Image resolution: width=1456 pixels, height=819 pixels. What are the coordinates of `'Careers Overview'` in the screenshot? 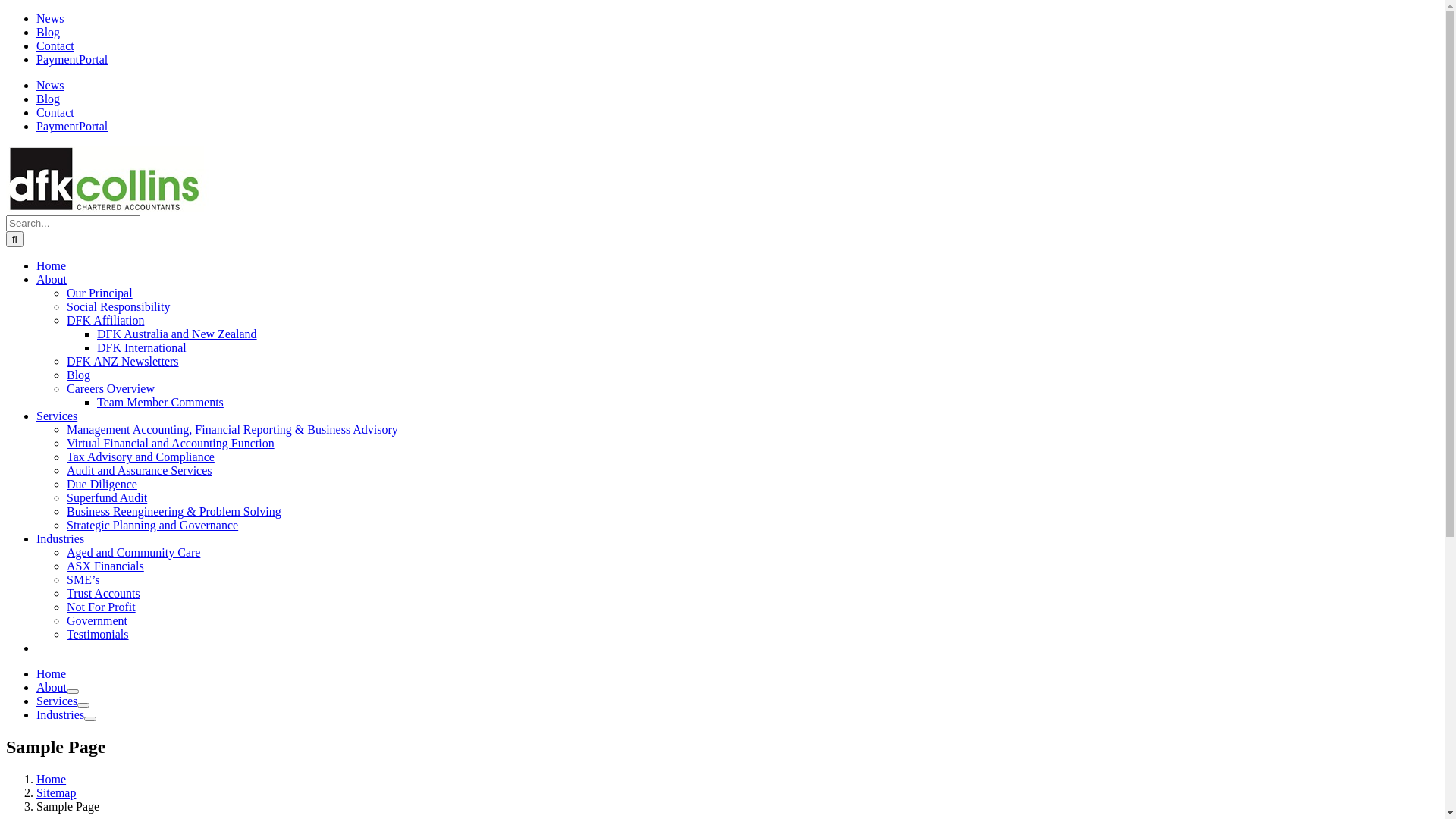 It's located at (109, 388).